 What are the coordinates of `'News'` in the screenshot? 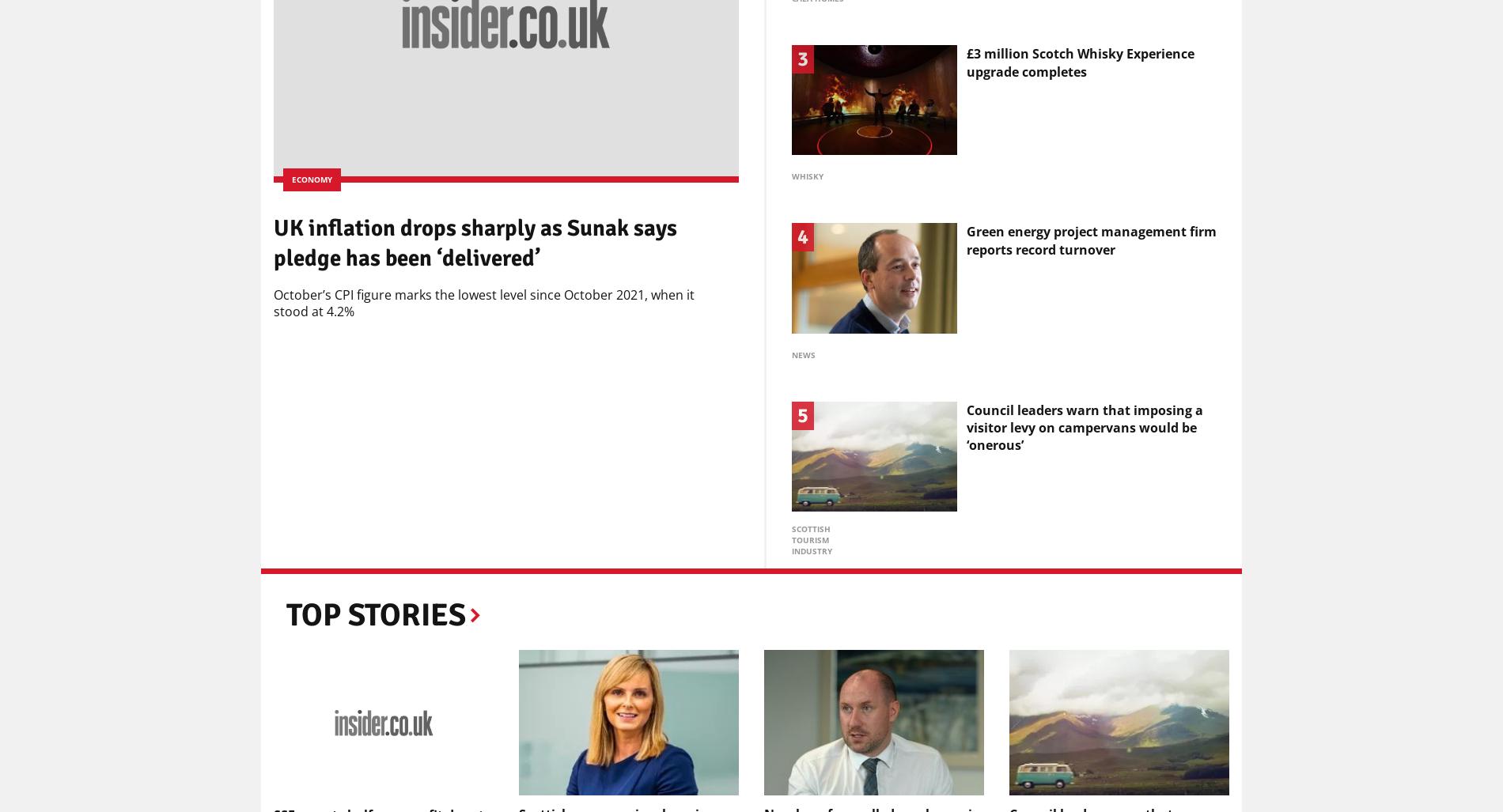 It's located at (803, 353).